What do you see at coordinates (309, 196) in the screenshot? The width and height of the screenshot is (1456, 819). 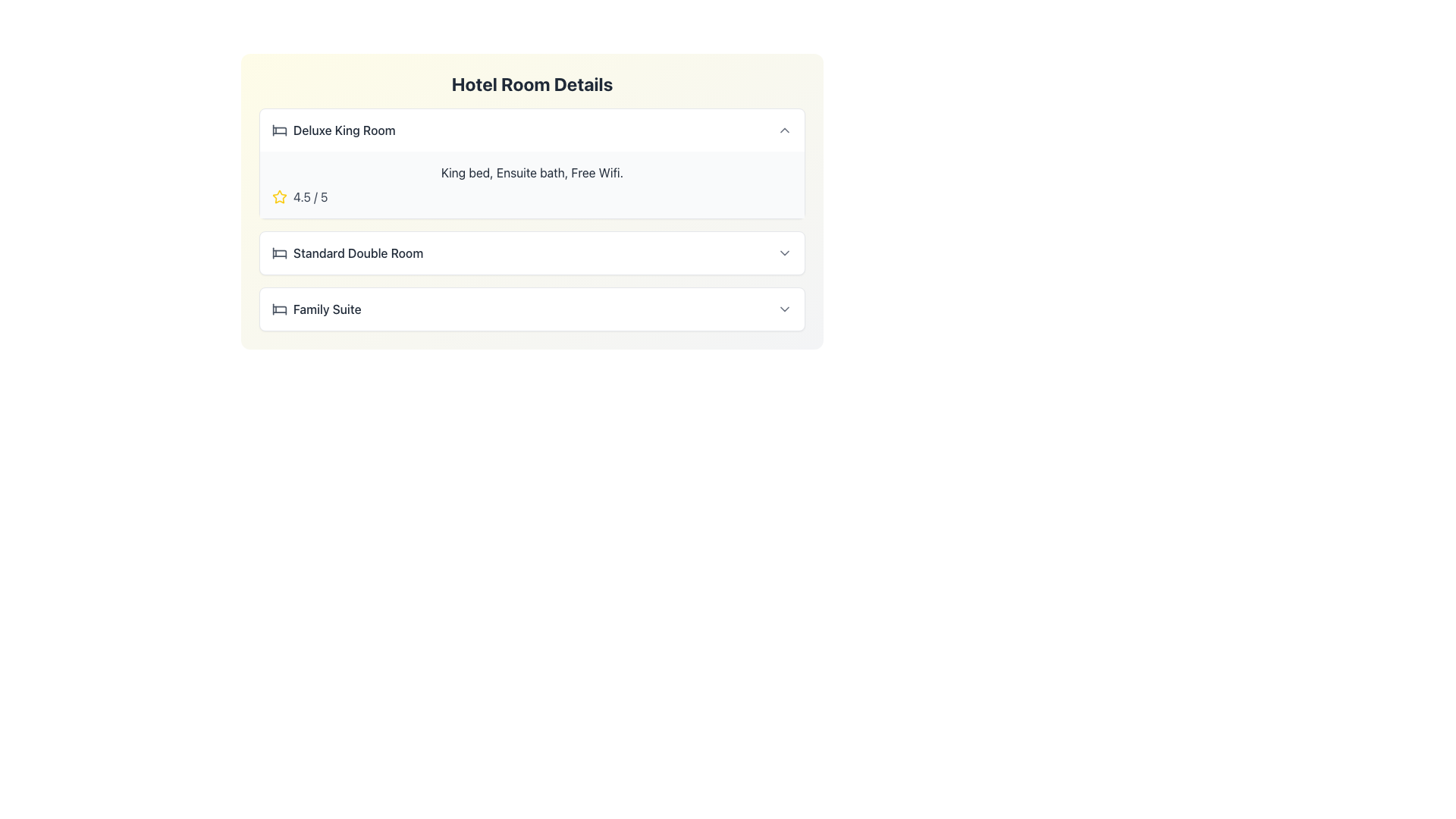 I see `numeric label reading '4.5 / 5' which is styled in gray font and positioned to the right of the yellow star icon, indicating the rating for the 'Deluxe King Room'` at bounding box center [309, 196].